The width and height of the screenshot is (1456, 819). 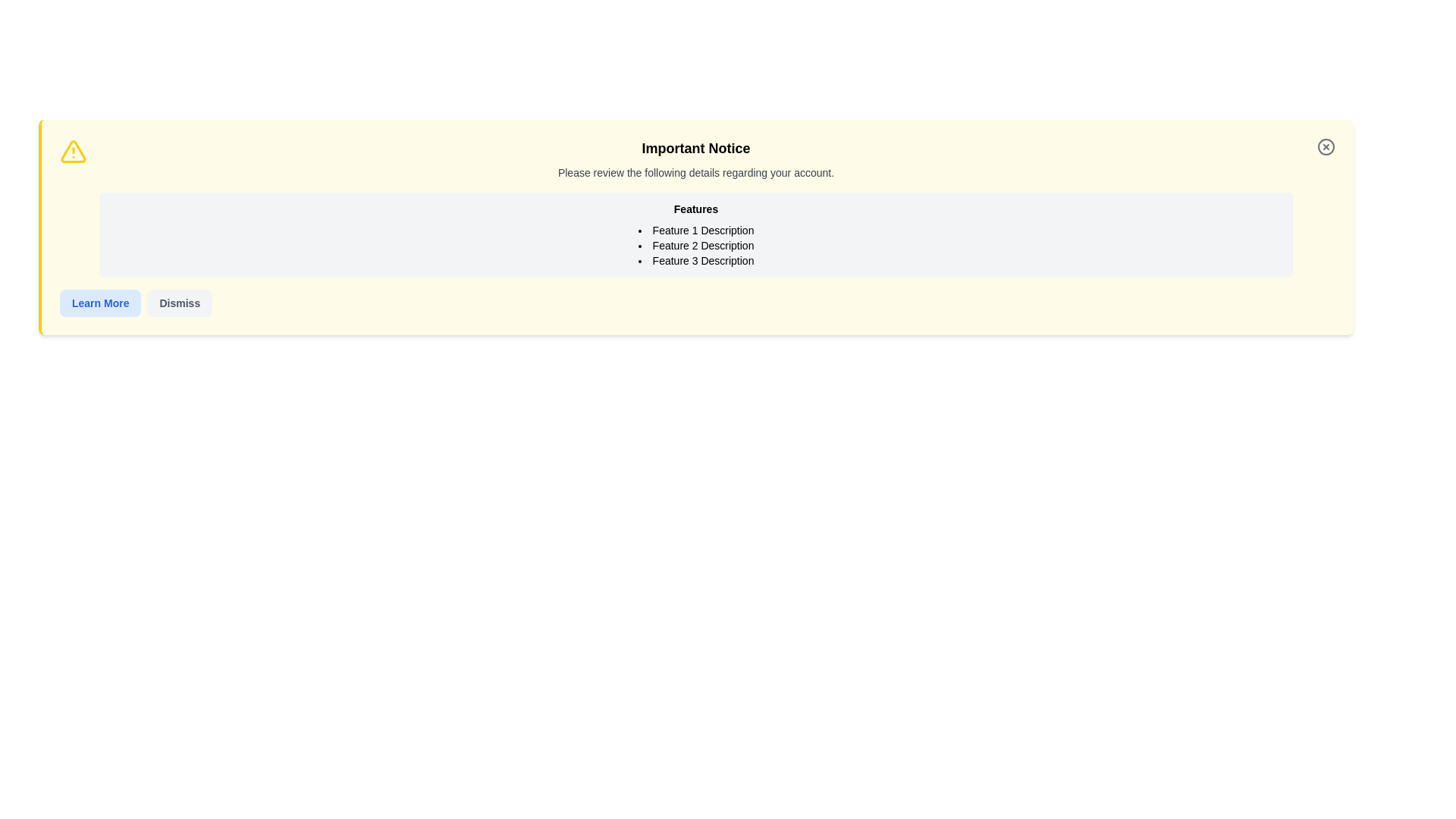 What do you see at coordinates (72, 152) in the screenshot?
I see `the warning icon located near the top-left corner of the interface, adjacent to the header 'Important Notice'` at bounding box center [72, 152].